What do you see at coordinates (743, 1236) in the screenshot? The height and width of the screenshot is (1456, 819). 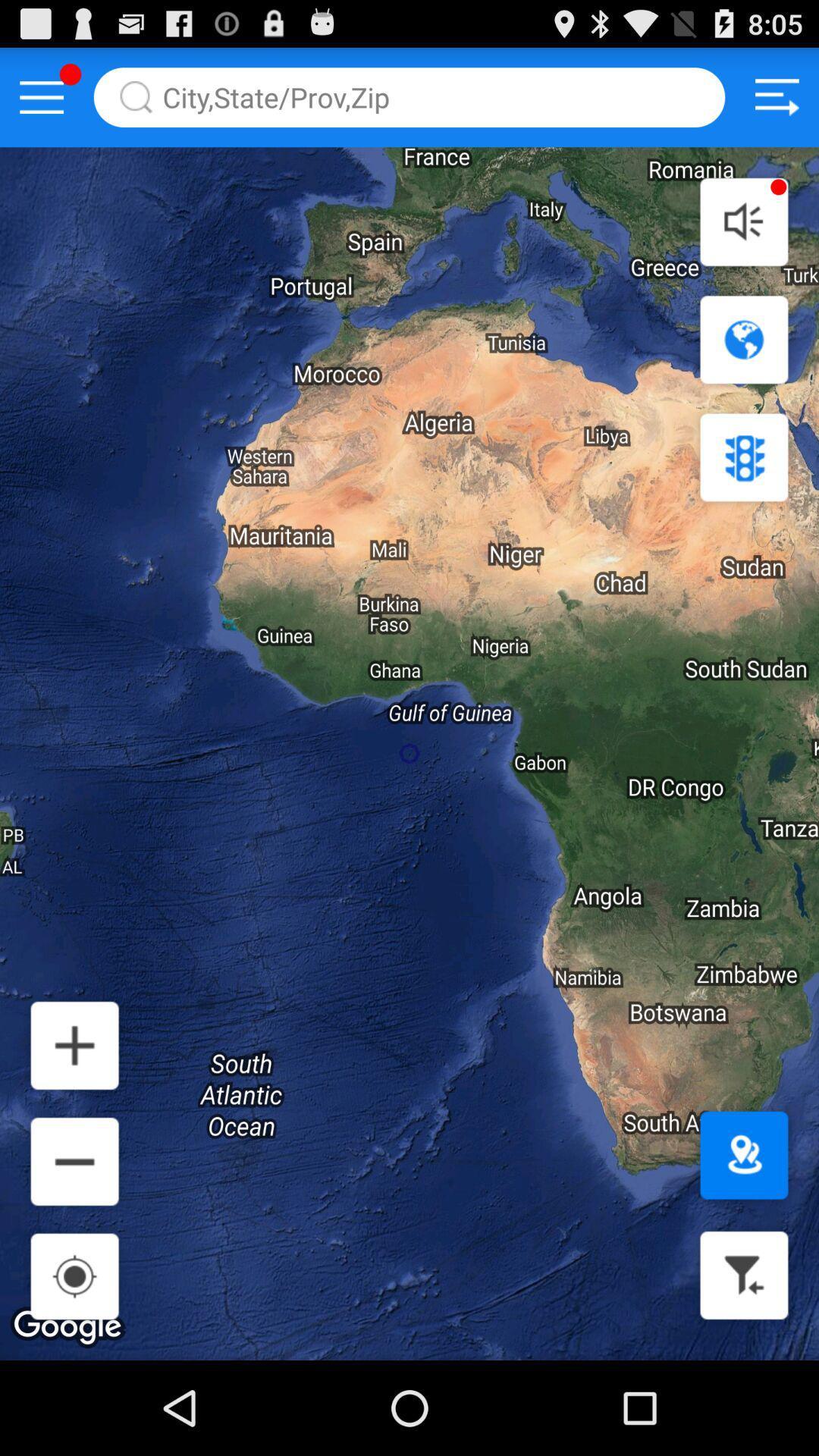 I see `the location icon` at bounding box center [743, 1236].